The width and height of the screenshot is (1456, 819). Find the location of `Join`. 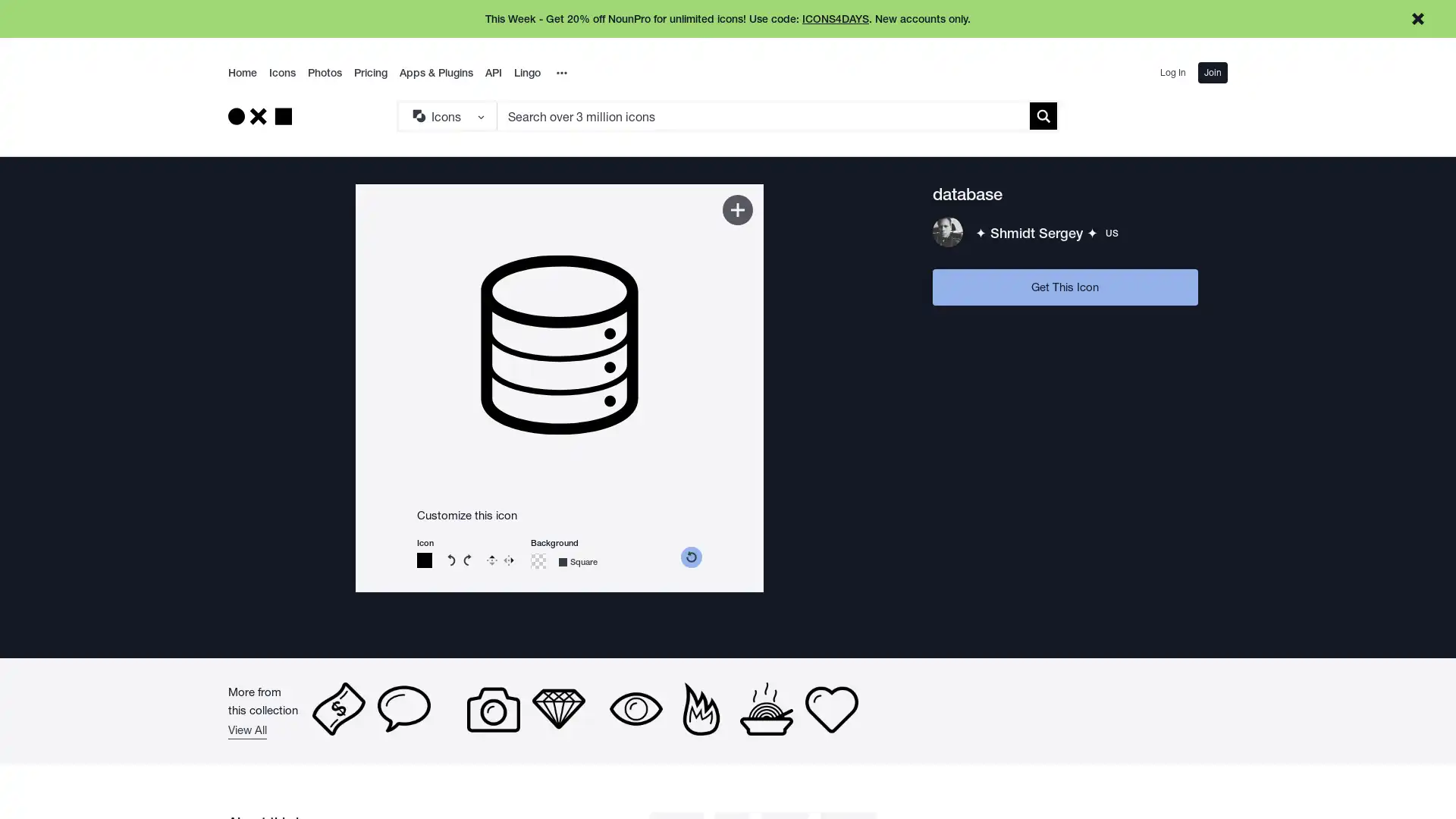

Join is located at coordinates (1212, 73).